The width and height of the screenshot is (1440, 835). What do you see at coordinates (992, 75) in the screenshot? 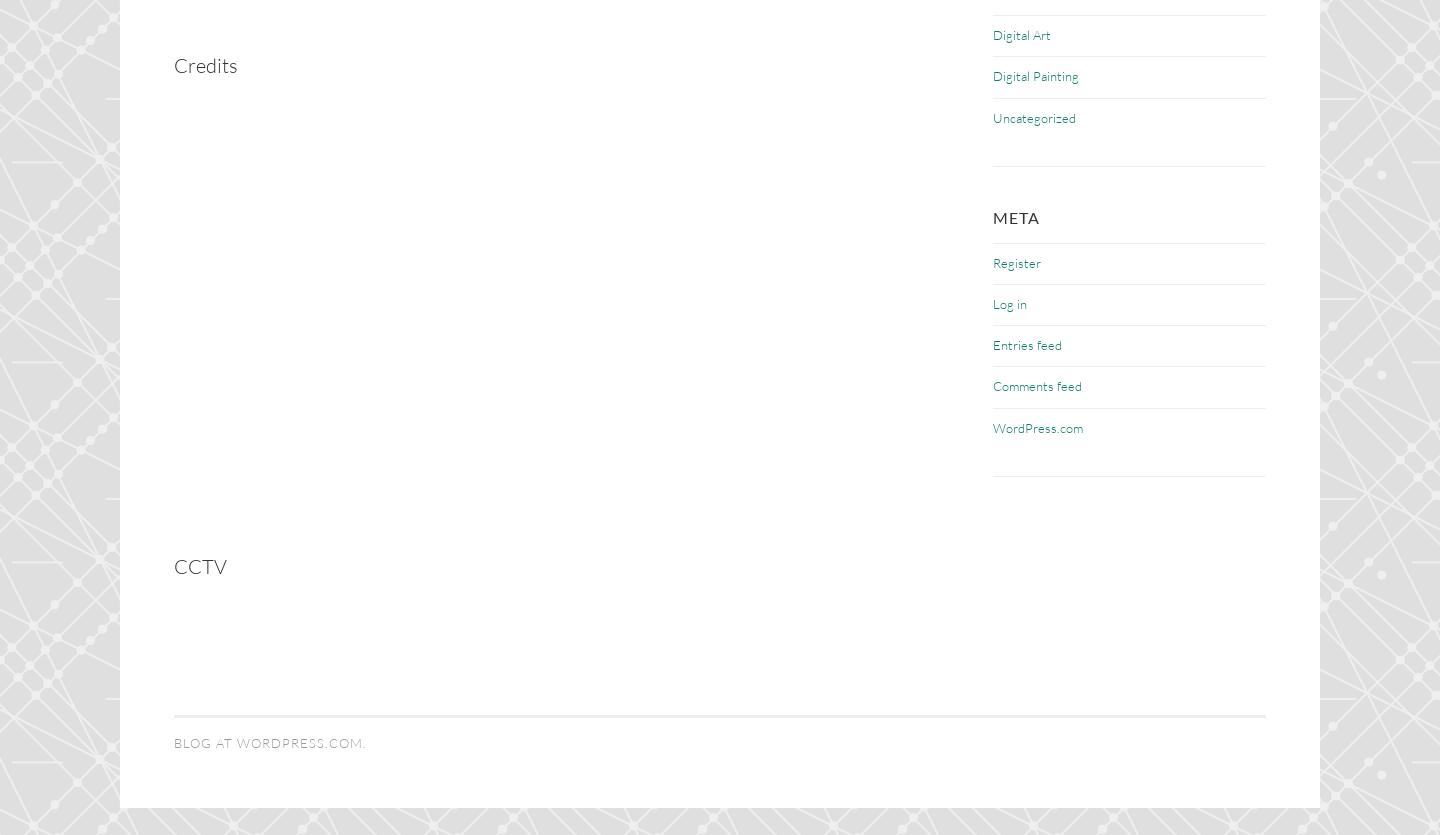
I see `'Digital Painting'` at bounding box center [992, 75].